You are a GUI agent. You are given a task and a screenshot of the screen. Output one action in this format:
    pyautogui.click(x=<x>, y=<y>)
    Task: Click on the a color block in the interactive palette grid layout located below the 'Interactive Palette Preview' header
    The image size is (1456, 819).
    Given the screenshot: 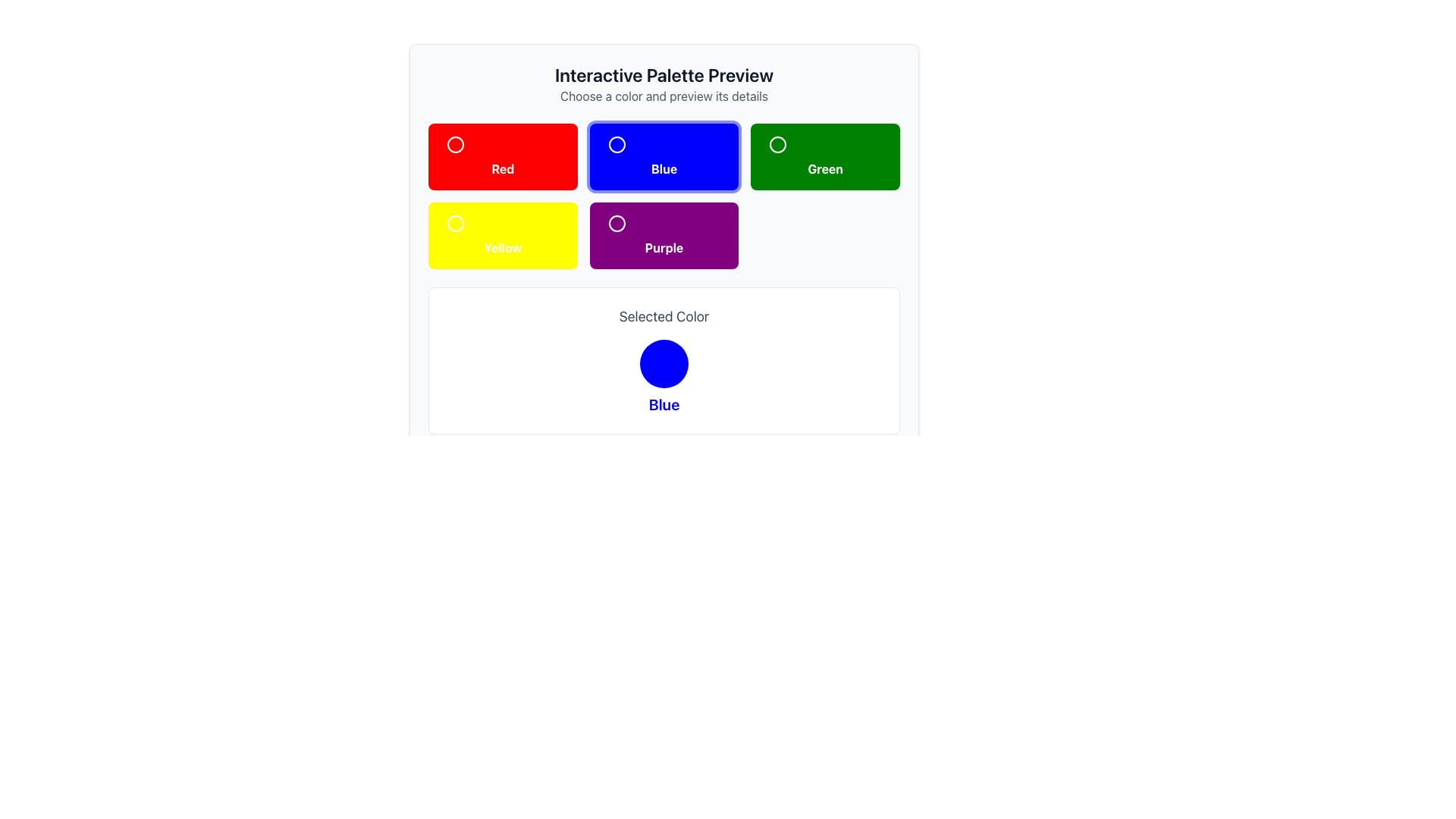 What is the action you would take?
    pyautogui.click(x=664, y=195)
    